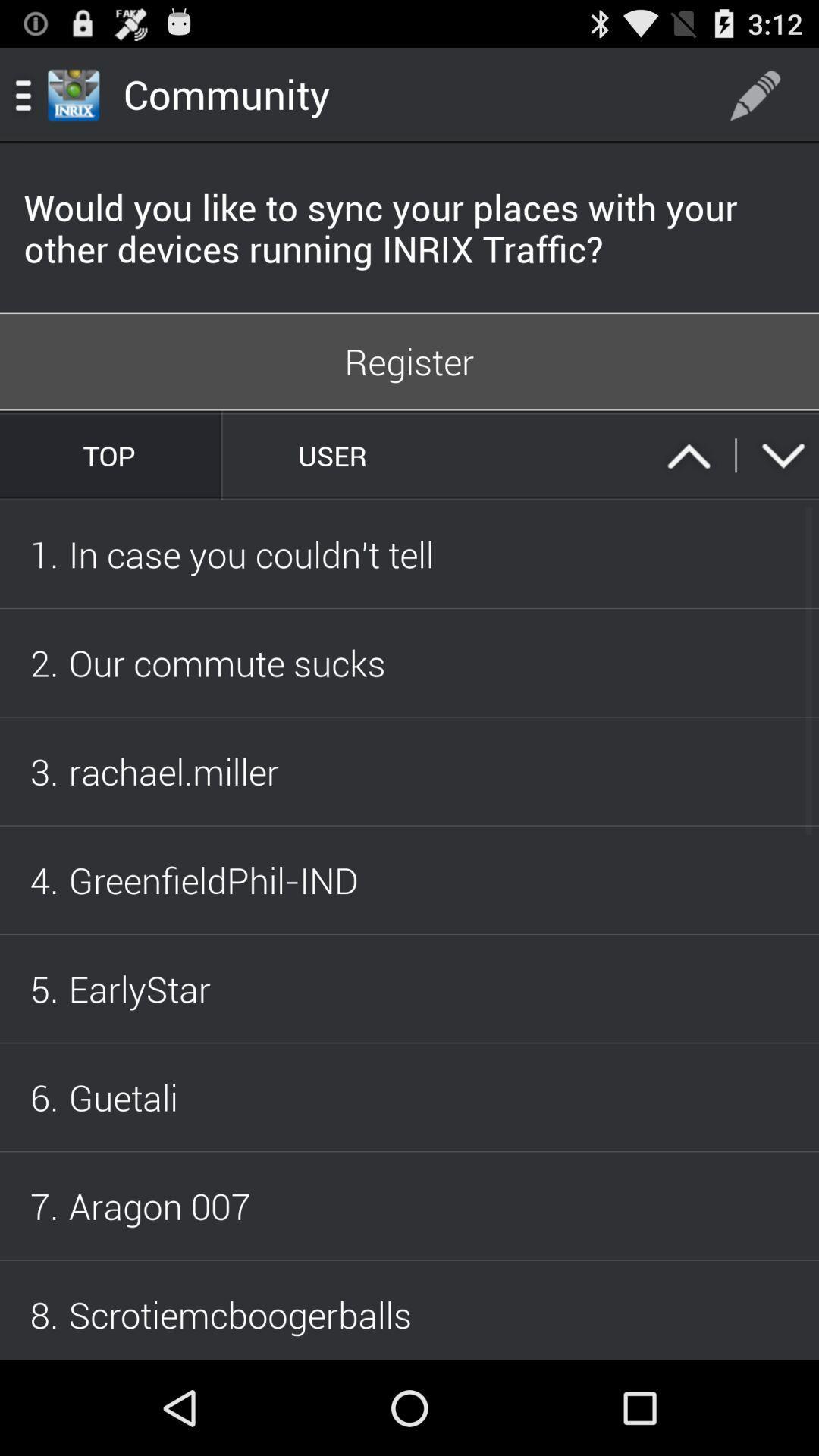 The width and height of the screenshot is (819, 1456). I want to click on go up, so click(689, 454).